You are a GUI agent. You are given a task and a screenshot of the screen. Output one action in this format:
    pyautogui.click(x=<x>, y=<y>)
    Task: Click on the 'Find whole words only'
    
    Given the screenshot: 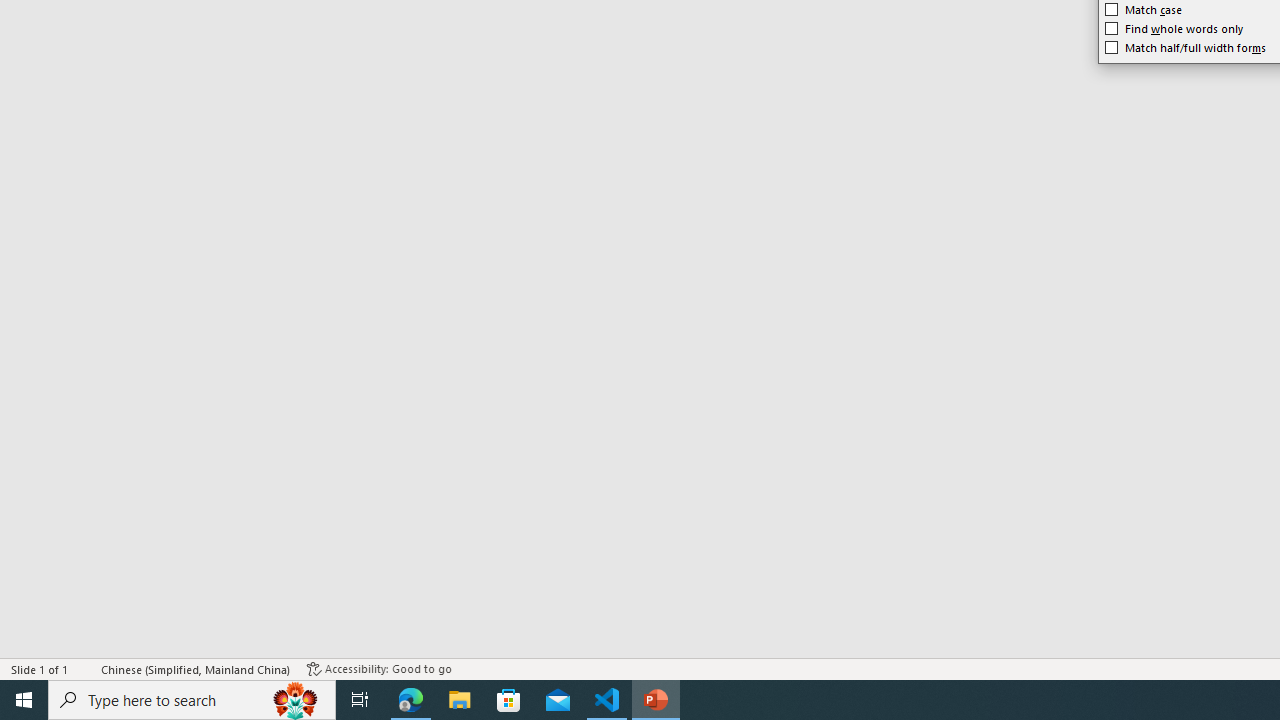 What is the action you would take?
    pyautogui.click(x=1175, y=28)
    